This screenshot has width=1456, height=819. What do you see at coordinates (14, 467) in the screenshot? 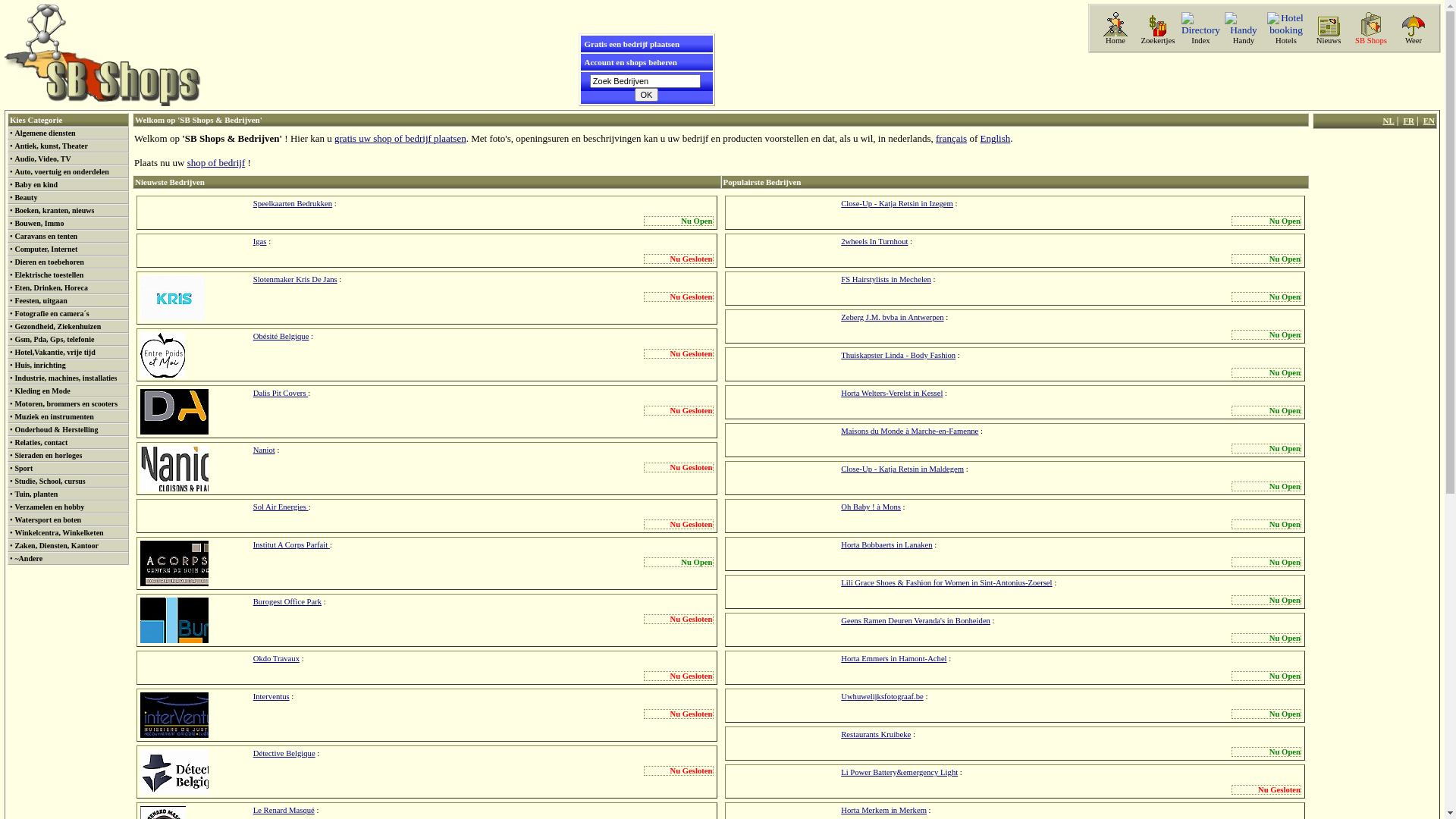
I see `'Sport'` at bounding box center [14, 467].